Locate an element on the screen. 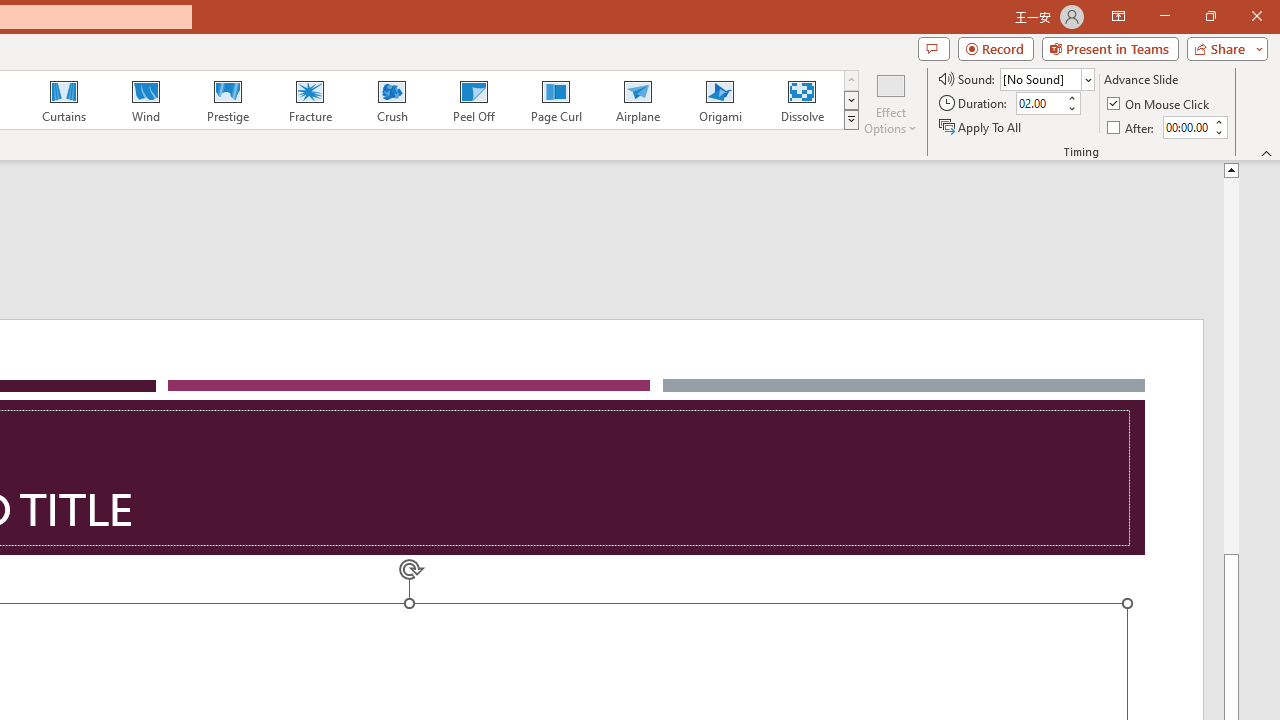  'Transition Effects' is located at coordinates (851, 120).